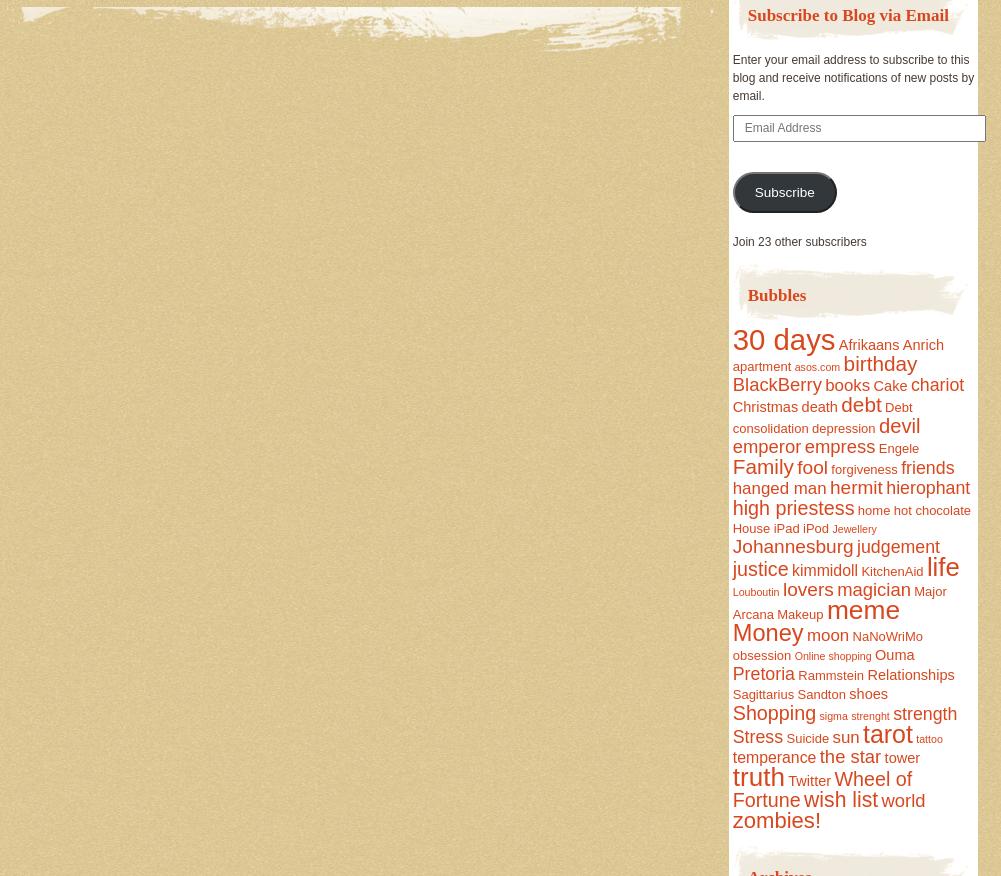 Image resolution: width=1001 pixels, height=876 pixels. What do you see at coordinates (898, 546) in the screenshot?
I see `'judgement'` at bounding box center [898, 546].